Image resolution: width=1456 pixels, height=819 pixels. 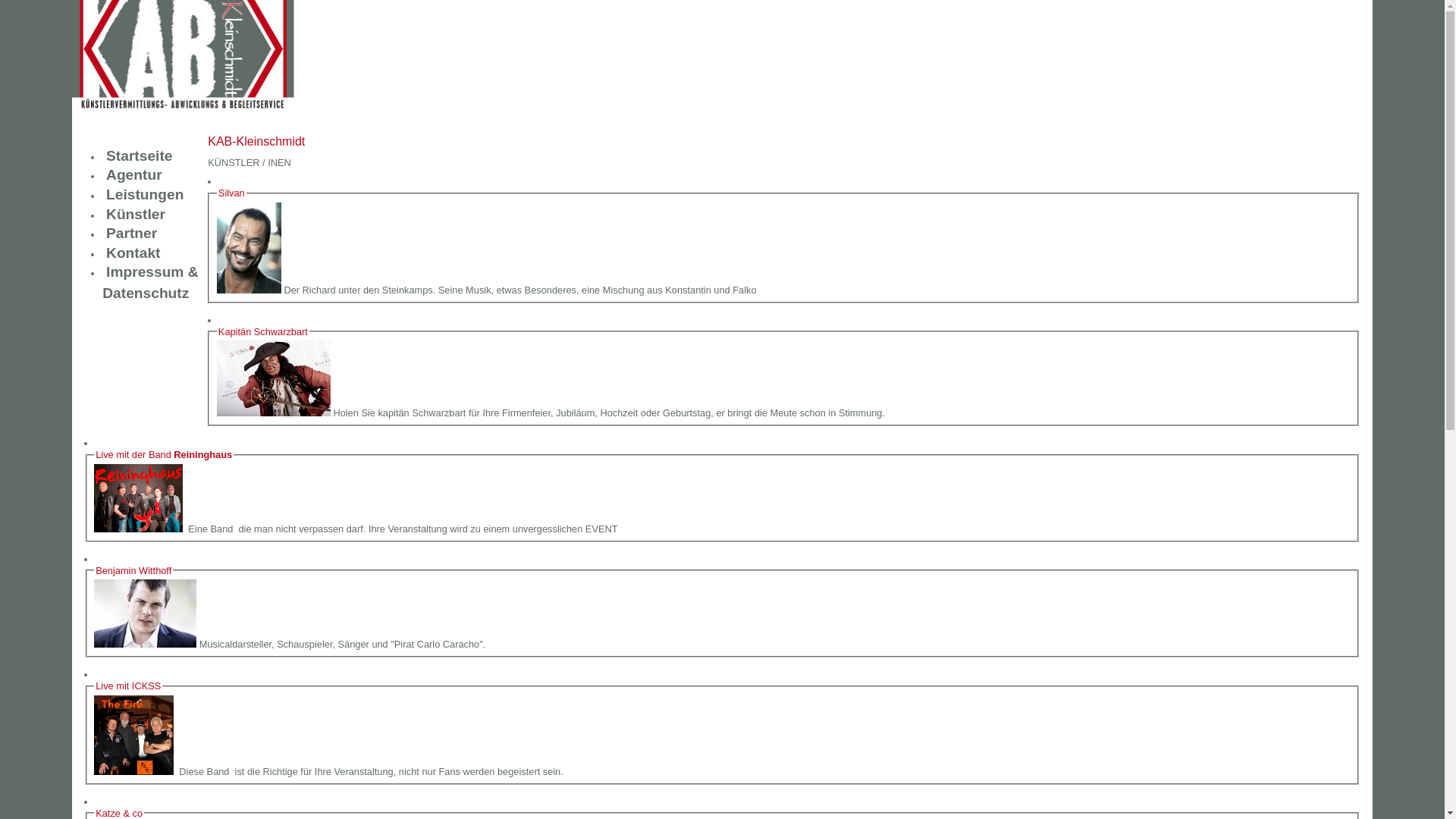 I want to click on 'Partner', so click(x=105, y=233).